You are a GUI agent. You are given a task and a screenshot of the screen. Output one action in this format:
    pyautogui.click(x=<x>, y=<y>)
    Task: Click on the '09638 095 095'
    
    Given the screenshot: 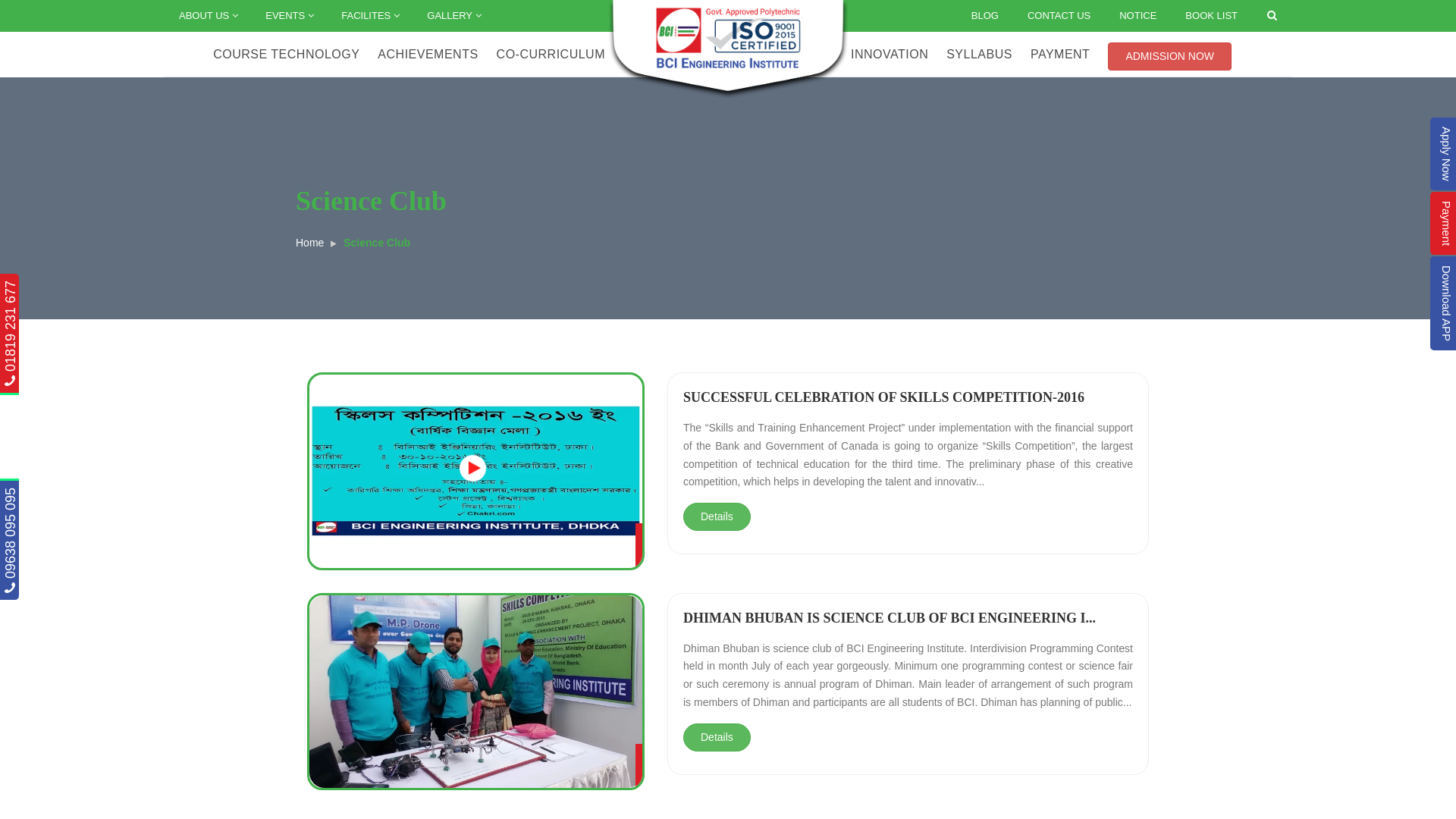 What is the action you would take?
    pyautogui.click(x=55, y=494)
    